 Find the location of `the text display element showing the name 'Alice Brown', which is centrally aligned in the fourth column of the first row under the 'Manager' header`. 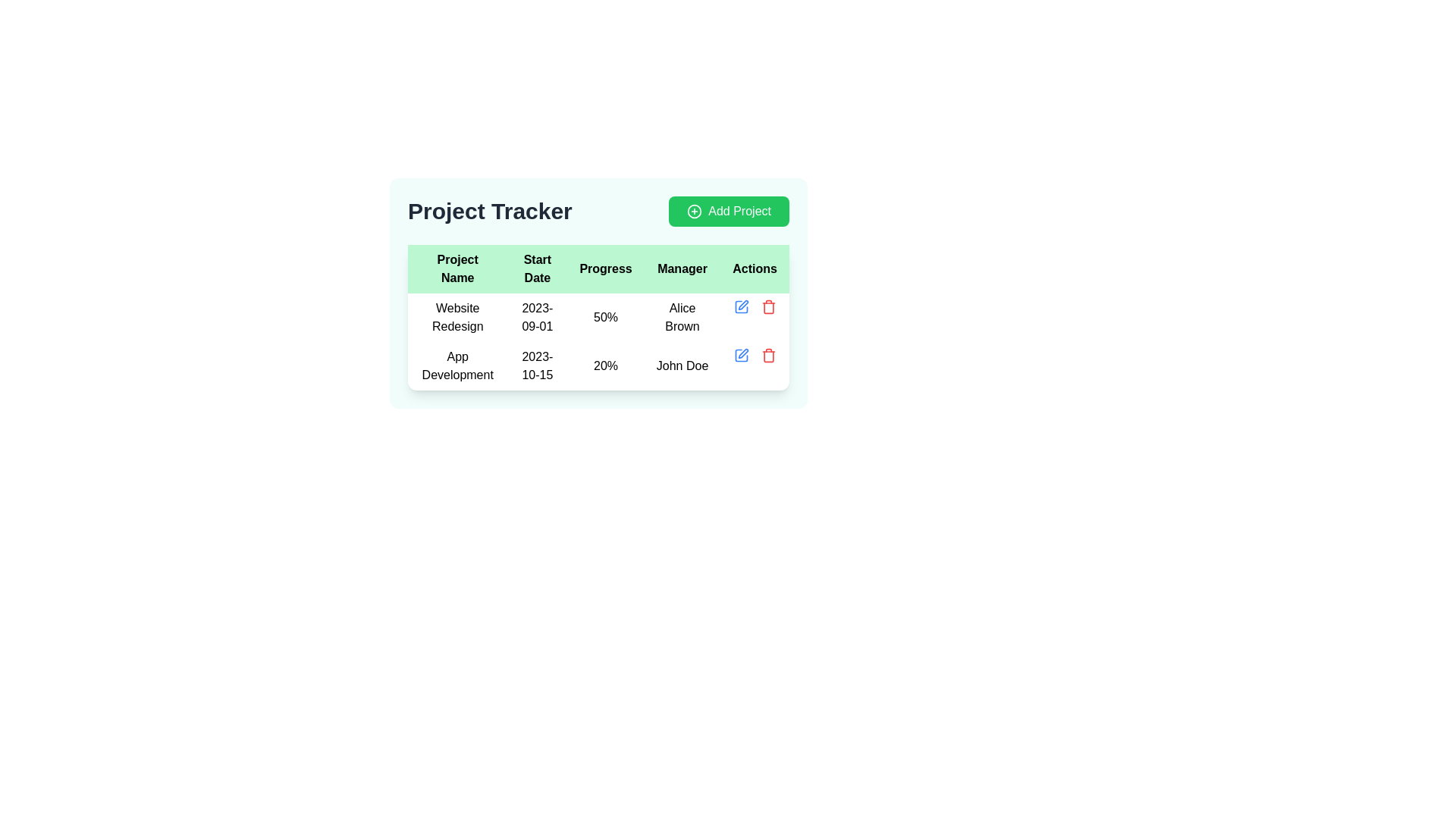

the text display element showing the name 'Alice Brown', which is centrally aligned in the fourth column of the first row under the 'Manager' header is located at coordinates (682, 317).